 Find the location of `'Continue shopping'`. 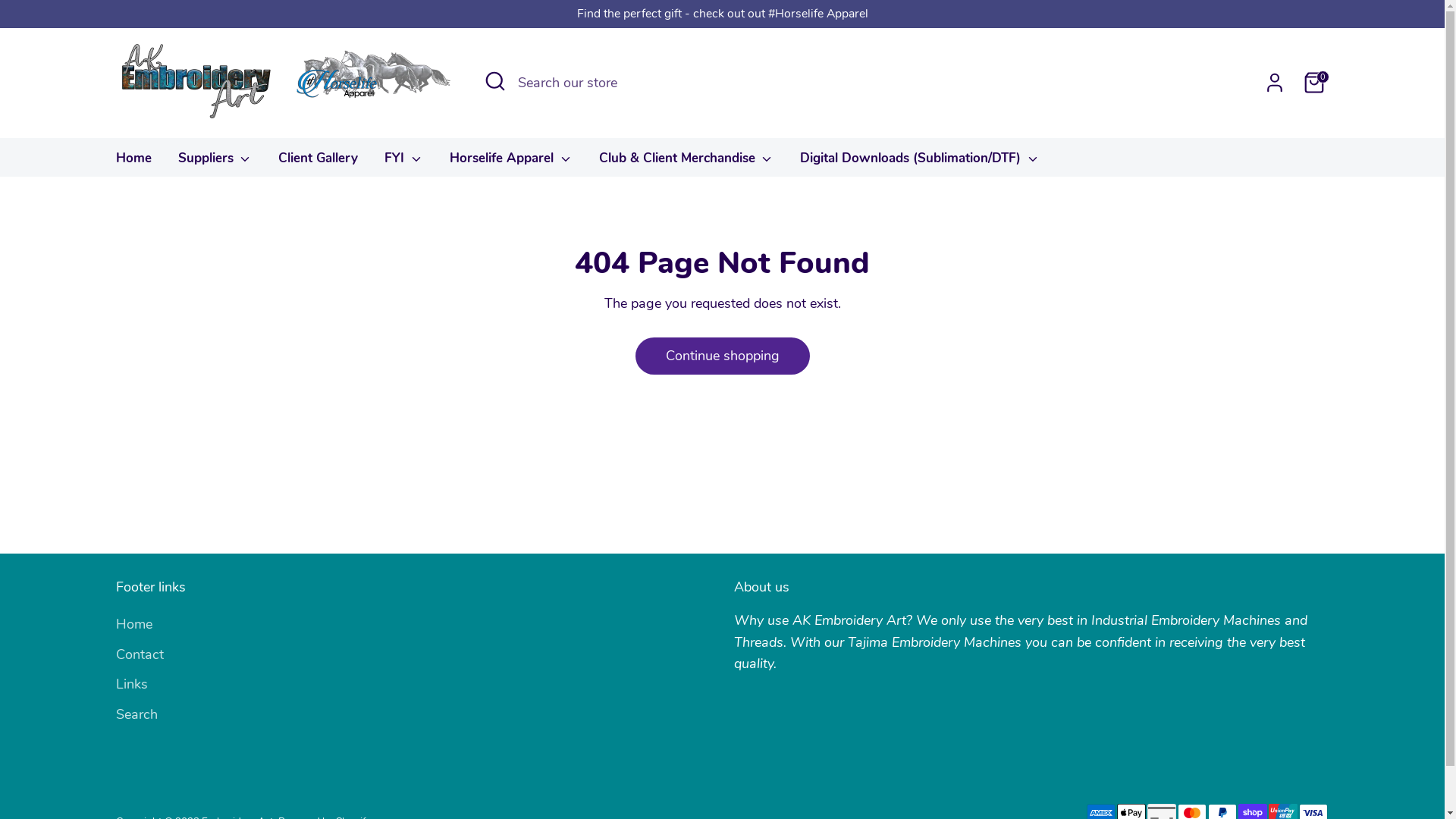

'Continue shopping' is located at coordinates (720, 356).